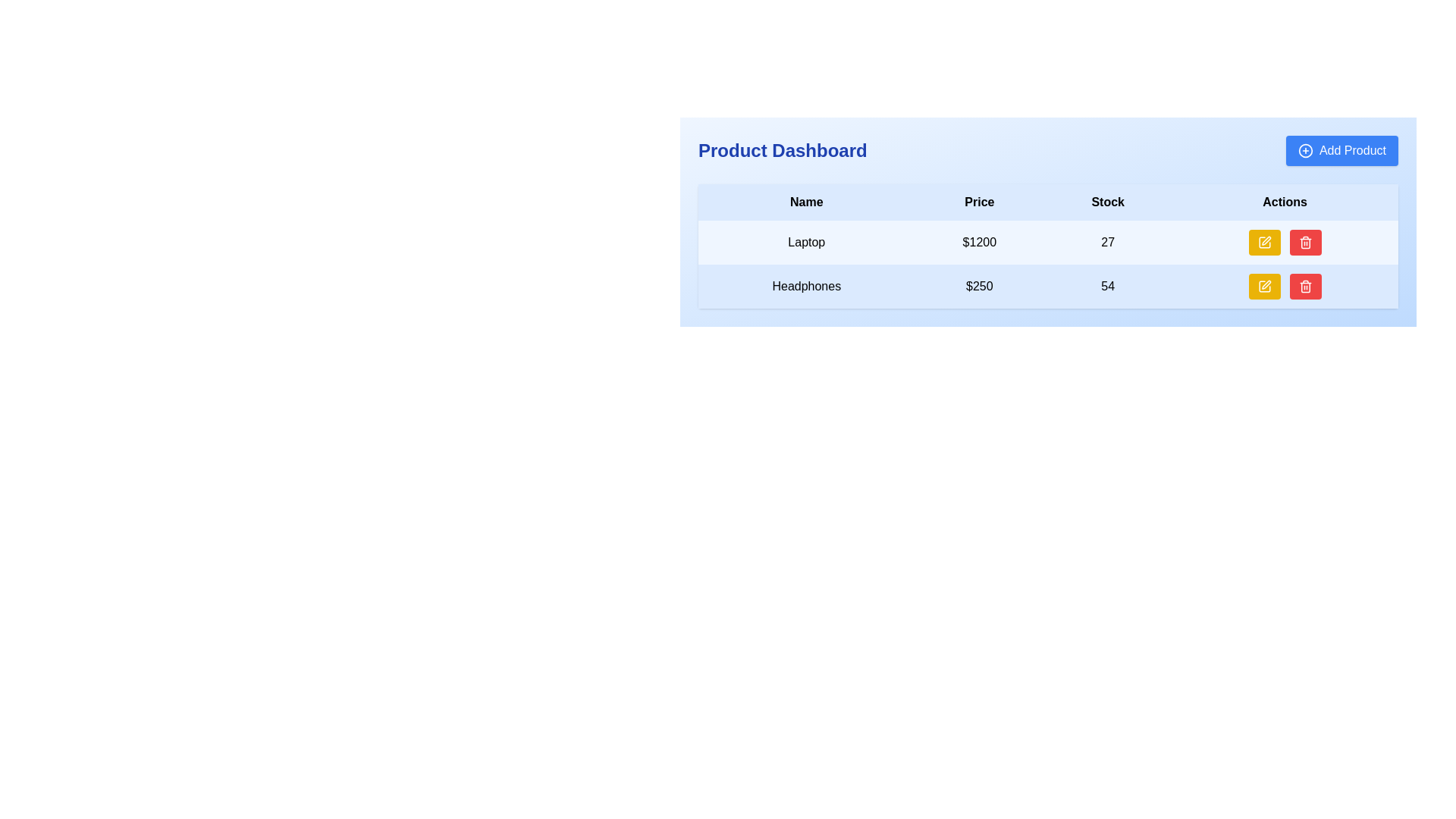 The image size is (1456, 819). What do you see at coordinates (1264, 287) in the screenshot?
I see `the 'Edit' button for the 'Headphones' product, which is the first button in the 'Actions' column of the second row in the table` at bounding box center [1264, 287].